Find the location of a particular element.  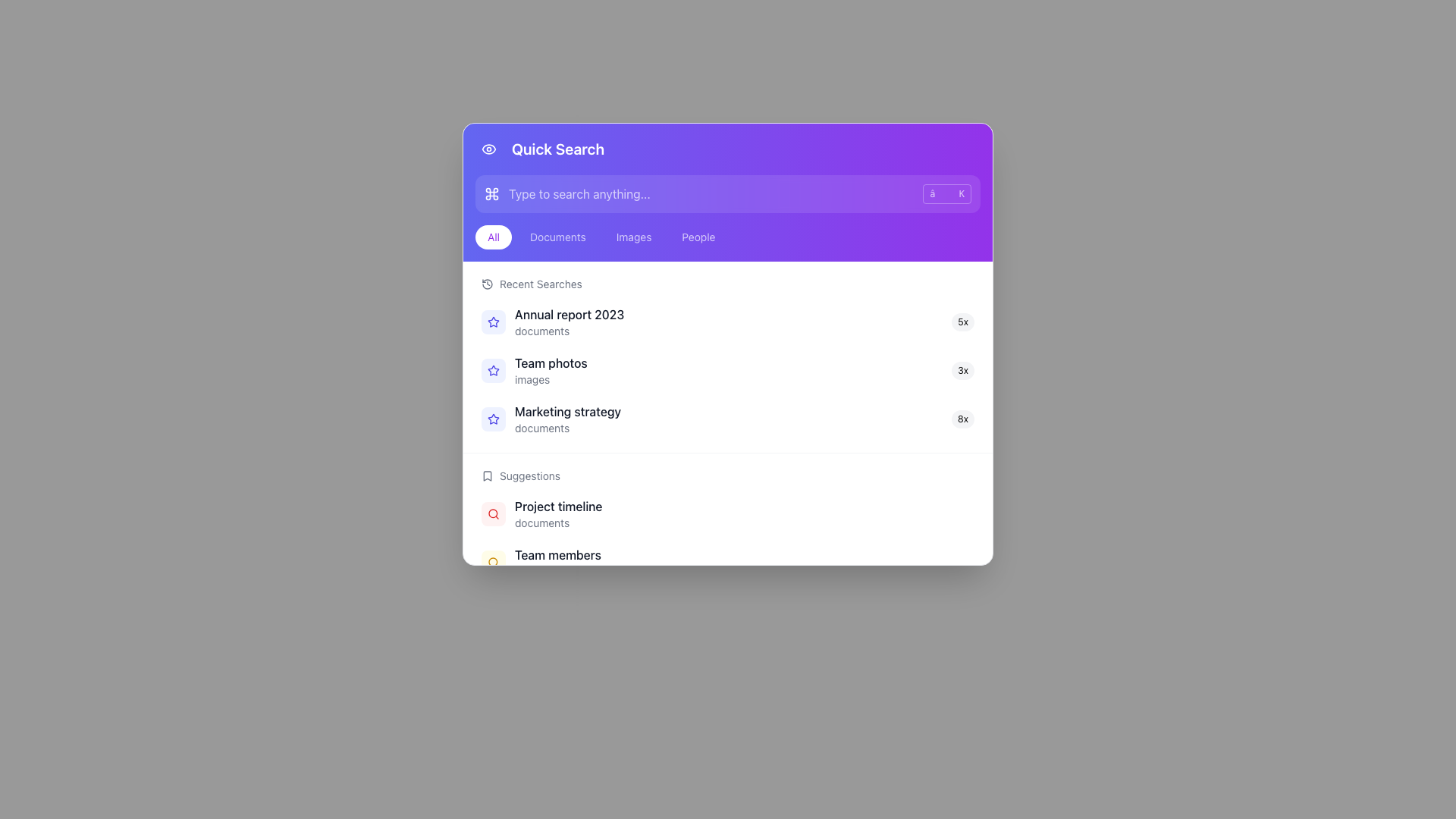

the star-shaped icon in the 'Recent Searches' section, which is the second item in the list and located to the left of the 'Team photos' text is located at coordinates (494, 419).